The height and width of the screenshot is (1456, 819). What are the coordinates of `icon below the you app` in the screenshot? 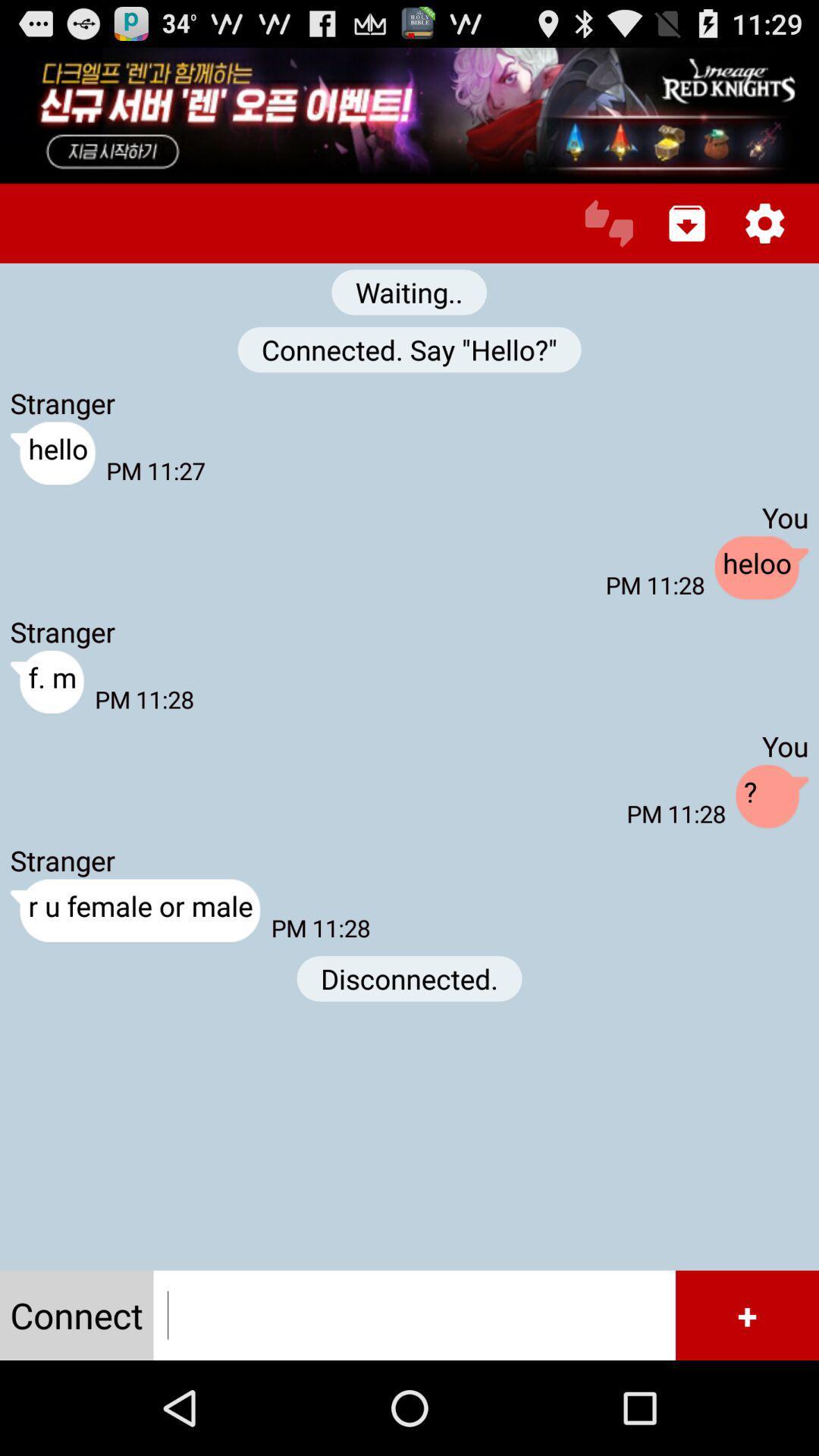 It's located at (761, 567).